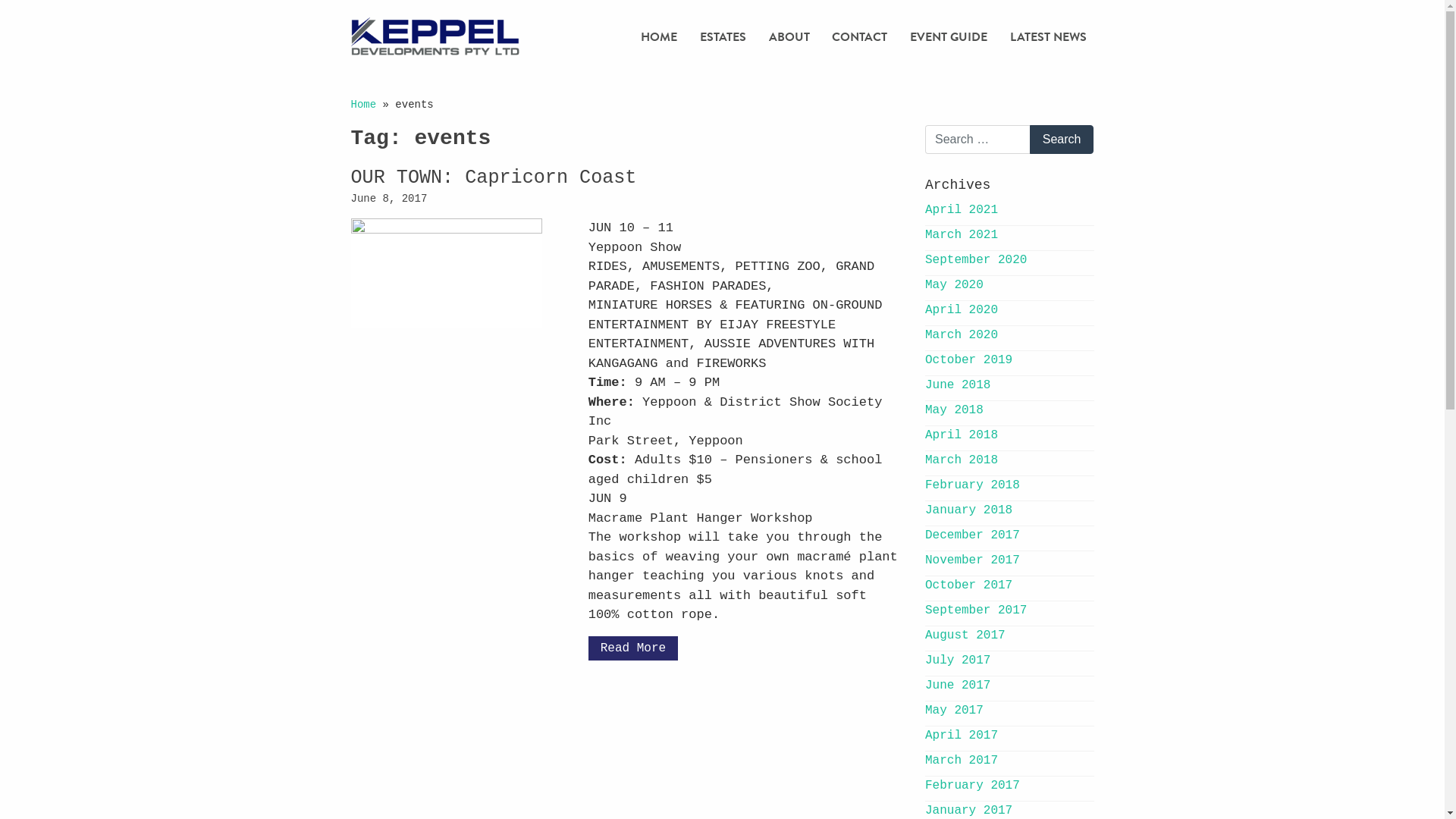 The image size is (1456, 819). What do you see at coordinates (960, 760) in the screenshot?
I see `'March 2017'` at bounding box center [960, 760].